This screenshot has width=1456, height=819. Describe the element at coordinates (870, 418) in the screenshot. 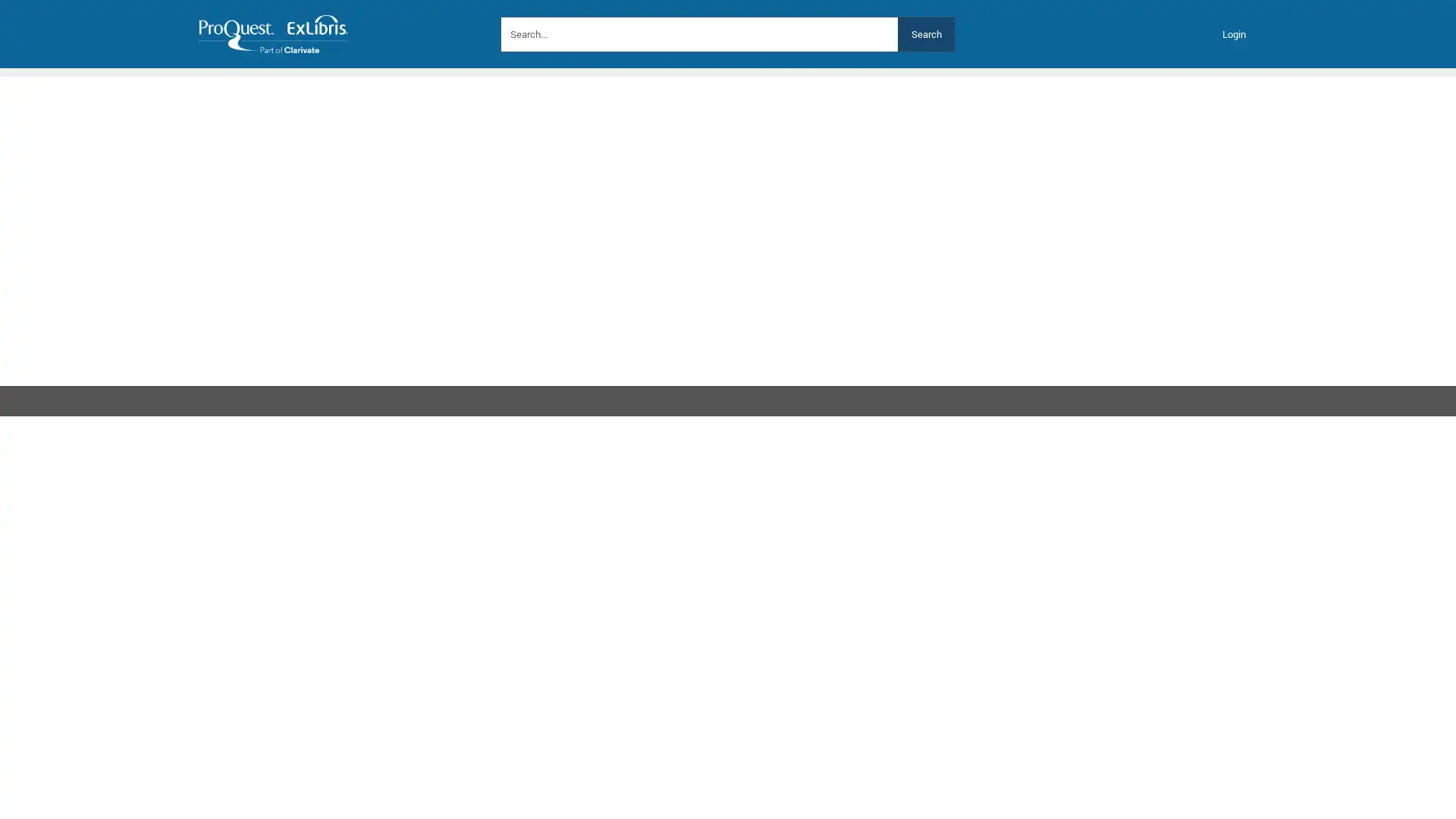

I see `Next` at that location.